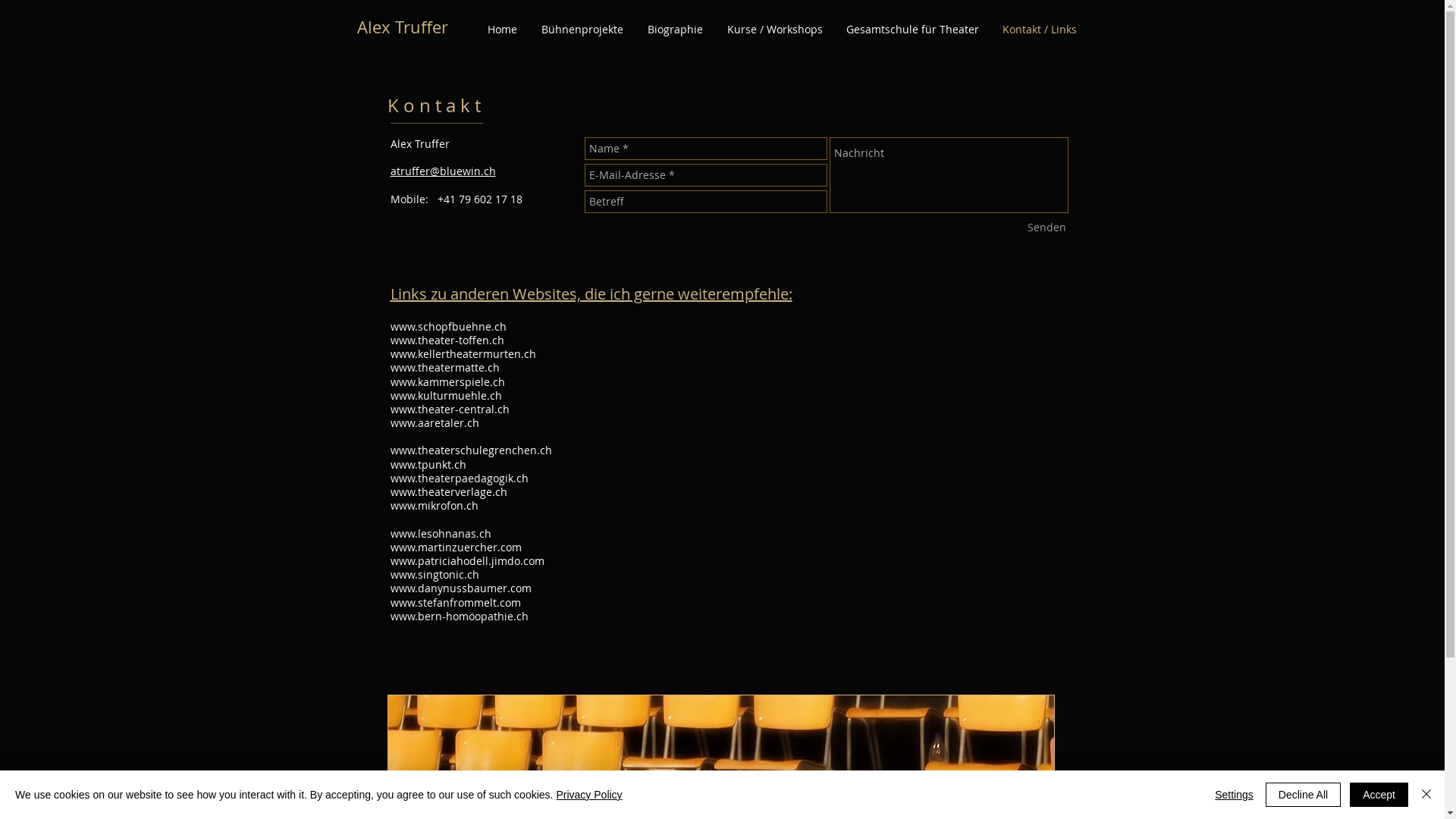 The width and height of the screenshot is (1456, 819). What do you see at coordinates (457, 478) in the screenshot?
I see `'www.theaterpaedagogik.ch'` at bounding box center [457, 478].